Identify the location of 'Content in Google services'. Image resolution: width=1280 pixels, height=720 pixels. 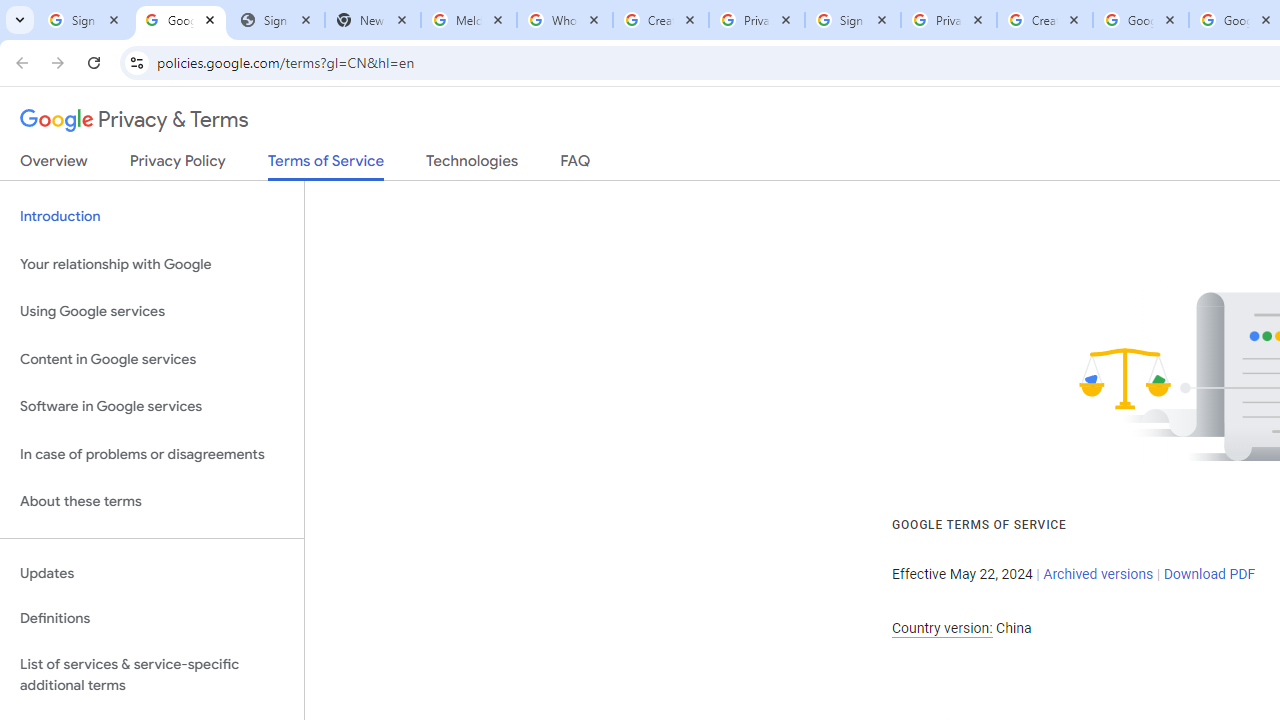
(151, 358).